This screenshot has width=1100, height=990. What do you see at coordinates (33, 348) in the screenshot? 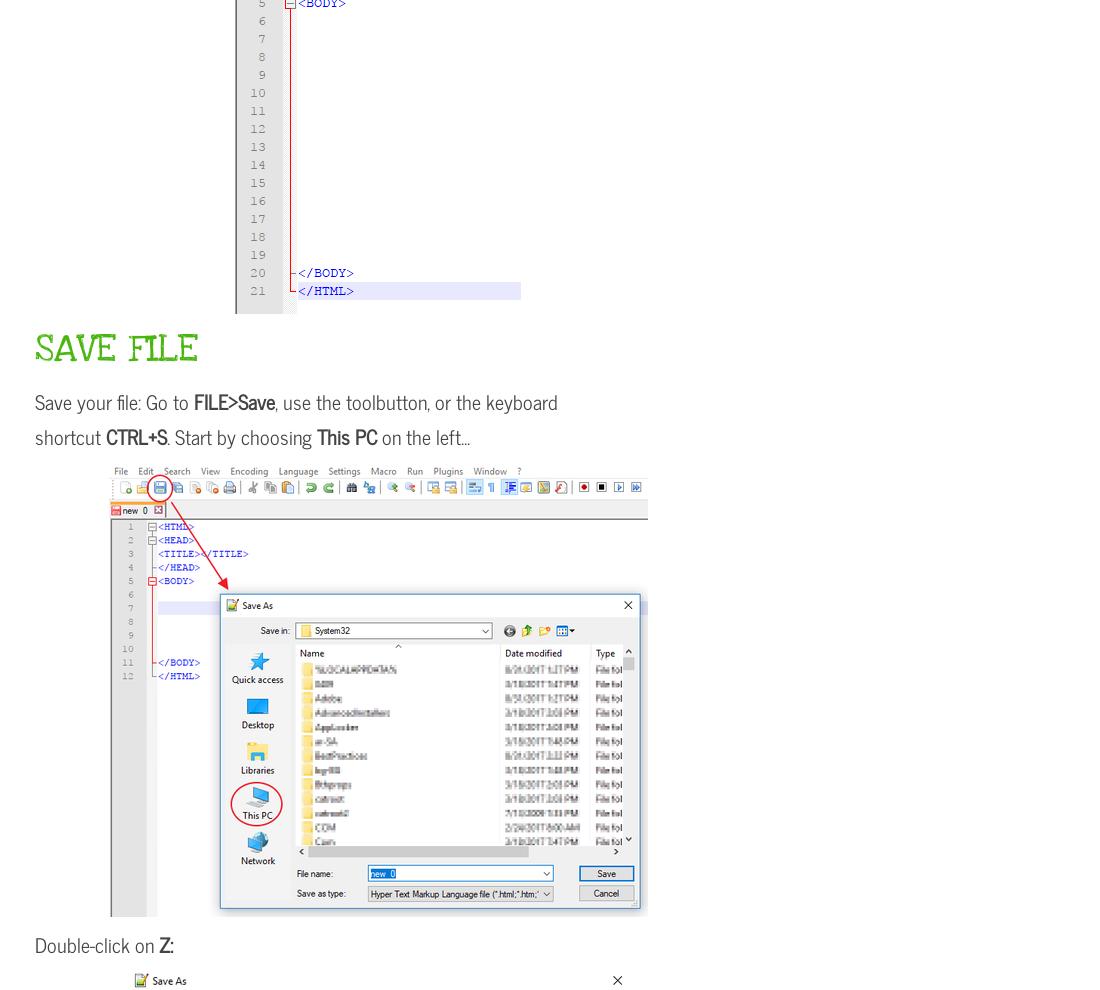
I see `'Save File'` at bounding box center [33, 348].